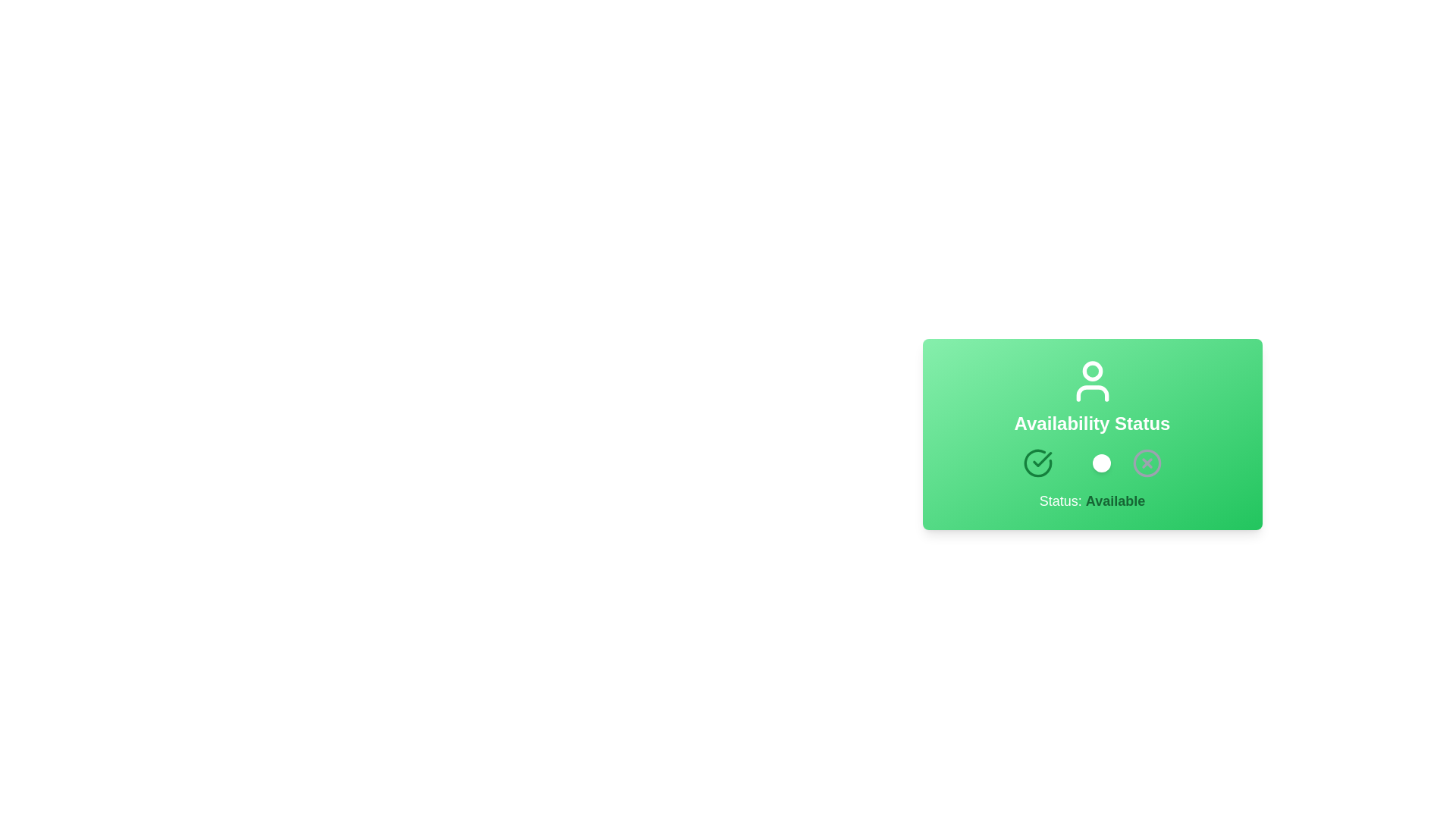 This screenshot has width=1456, height=819. Describe the element at coordinates (1147, 462) in the screenshot. I see `the gray circle icon with a cross in its center, which is the last item in a group of three icons on the right side of a green card labeled 'Availability Status'` at that location.